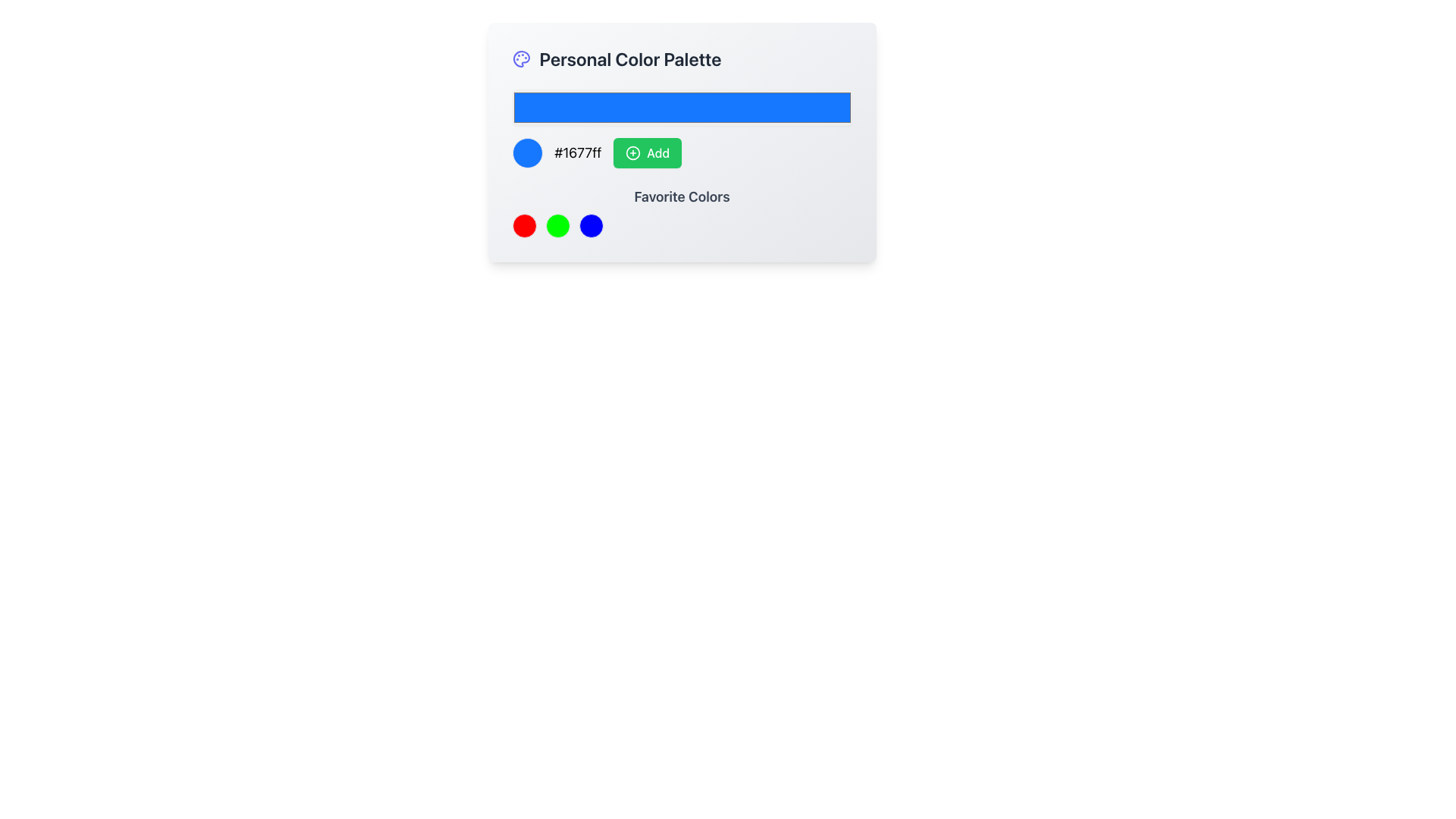 The height and width of the screenshot is (819, 1456). I want to click on the Text Label that serves as a heading for the section displaying user's selected or favorite colors, located near the center bottom of the 'Personal Color Palette' group, directly above the circular color samples, so click(681, 196).